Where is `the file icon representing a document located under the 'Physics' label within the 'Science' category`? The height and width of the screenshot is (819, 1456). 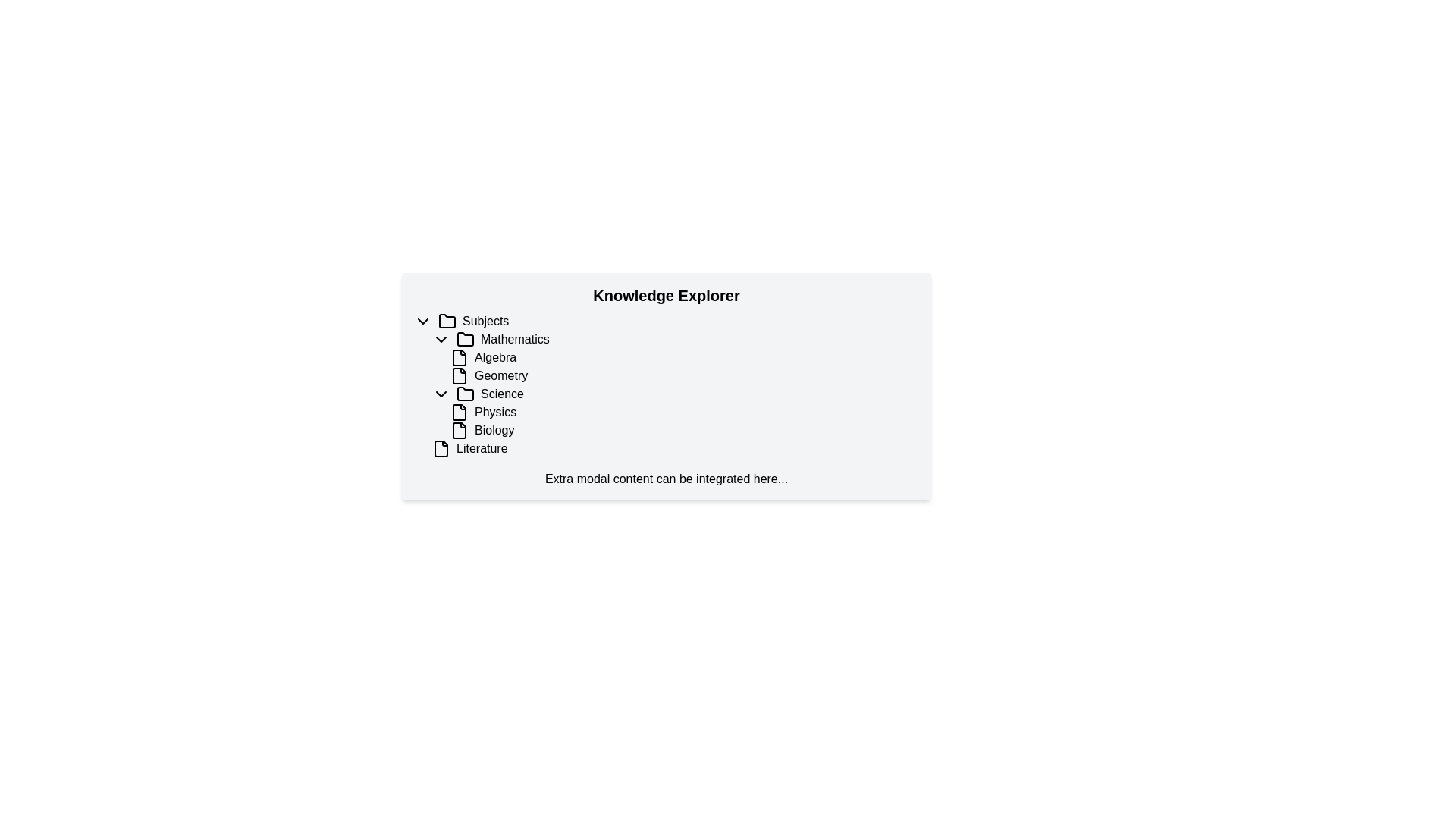 the file icon representing a document located under the 'Physics' label within the 'Science' category is located at coordinates (458, 412).